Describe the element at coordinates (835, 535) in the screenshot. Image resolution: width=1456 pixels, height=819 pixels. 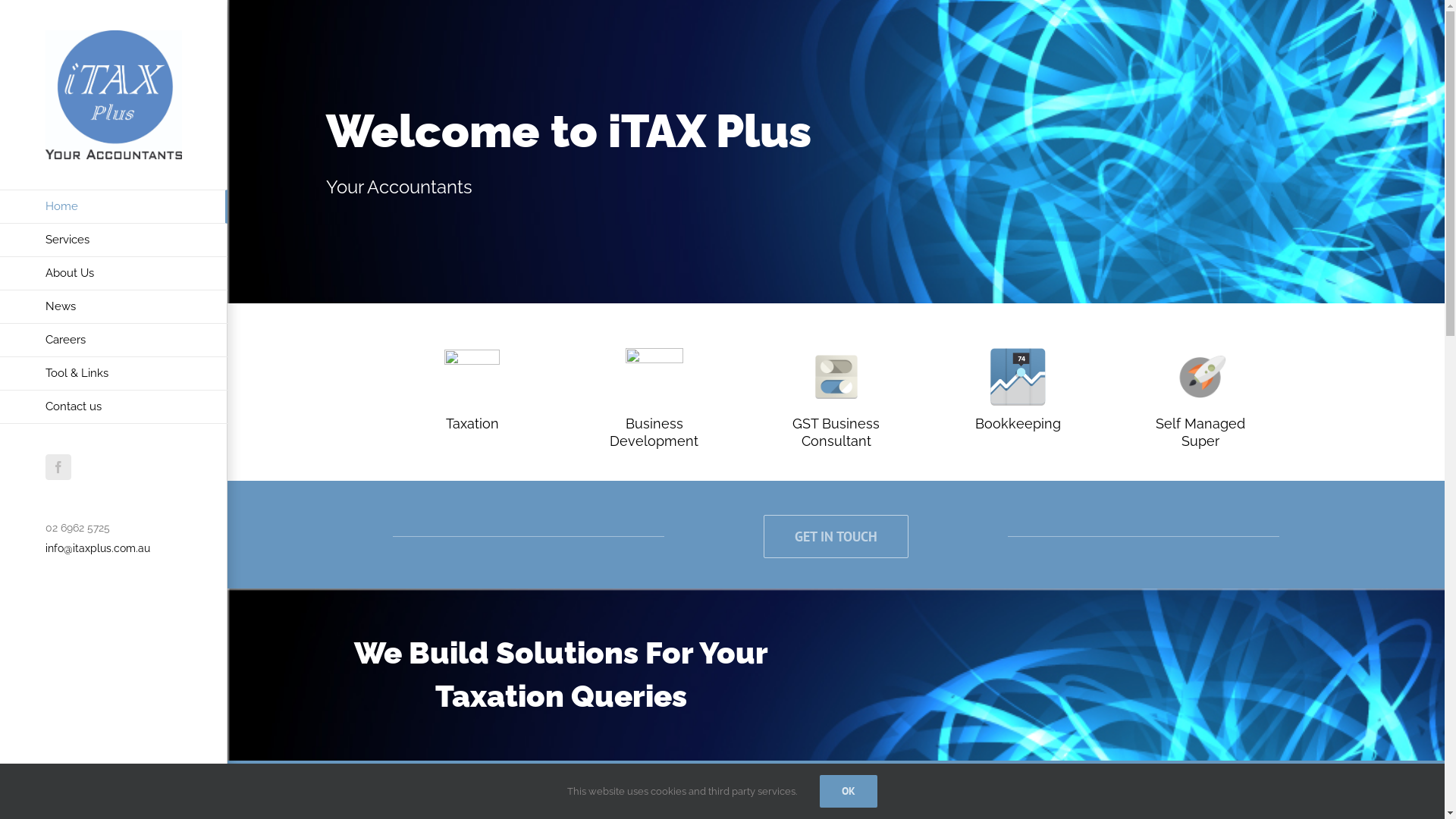
I see `'GET IN TOUCH'` at that location.